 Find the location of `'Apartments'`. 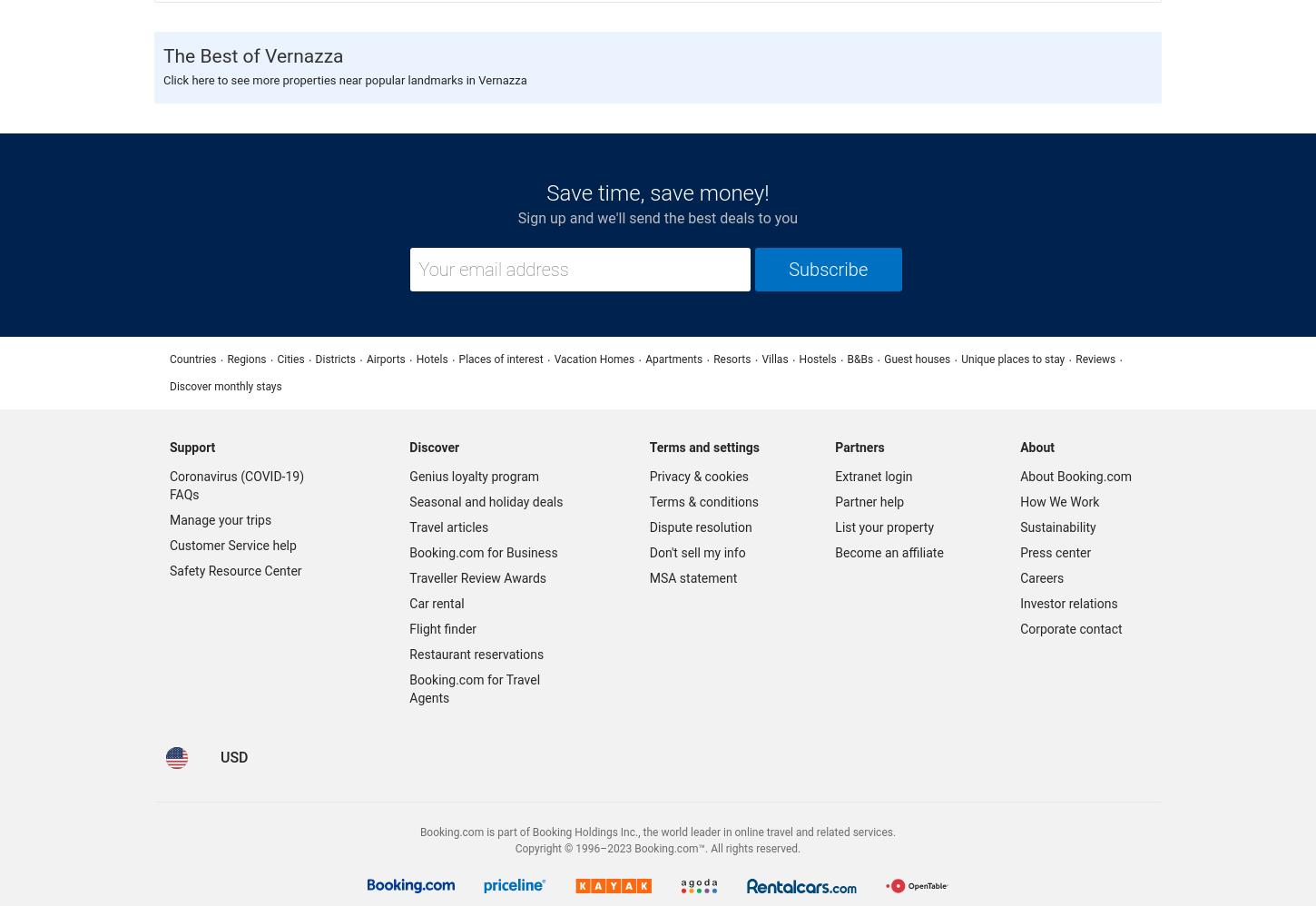

'Apartments' is located at coordinates (673, 358).